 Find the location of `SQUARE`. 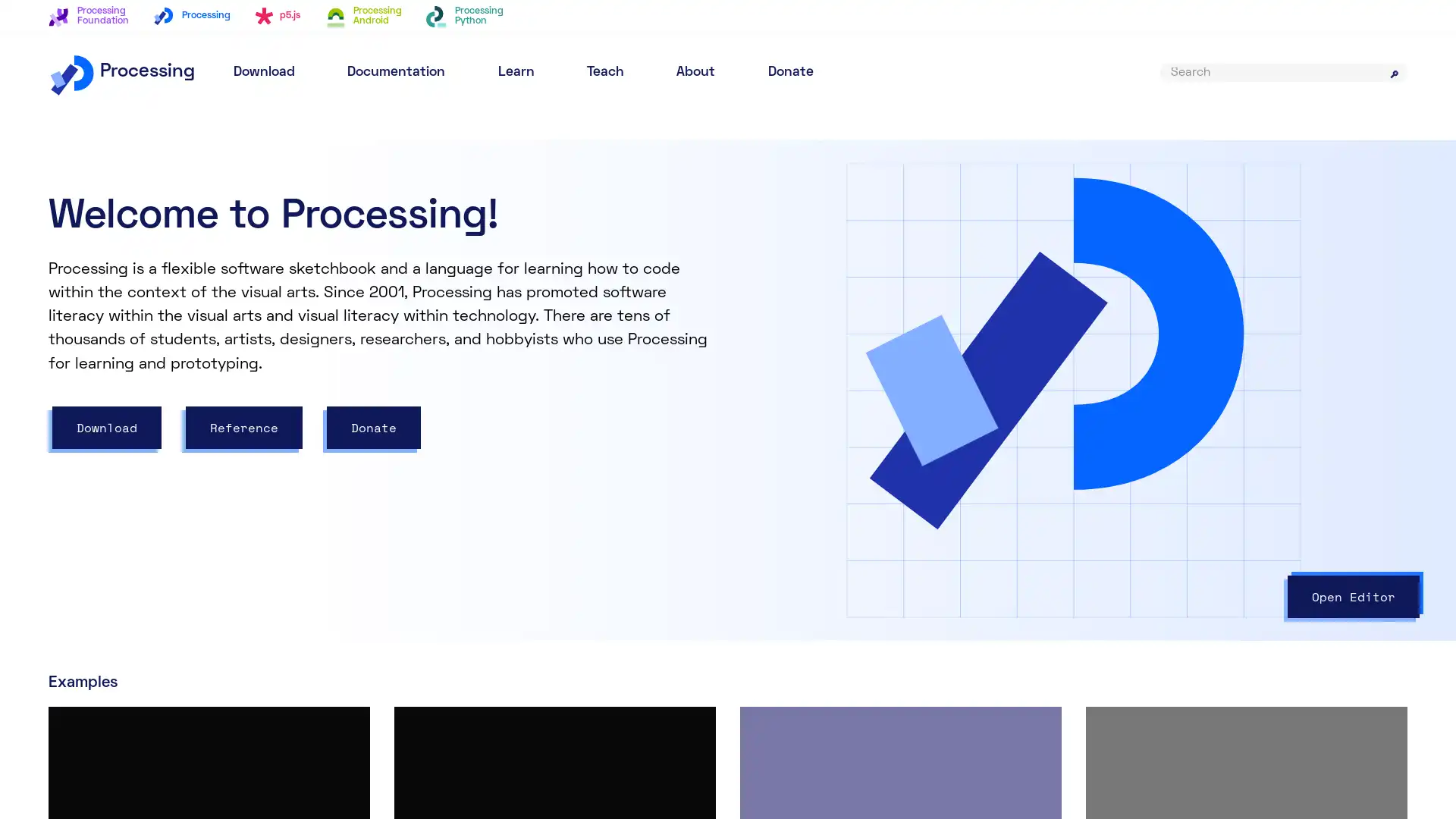

SQUARE is located at coordinates (860, 346).